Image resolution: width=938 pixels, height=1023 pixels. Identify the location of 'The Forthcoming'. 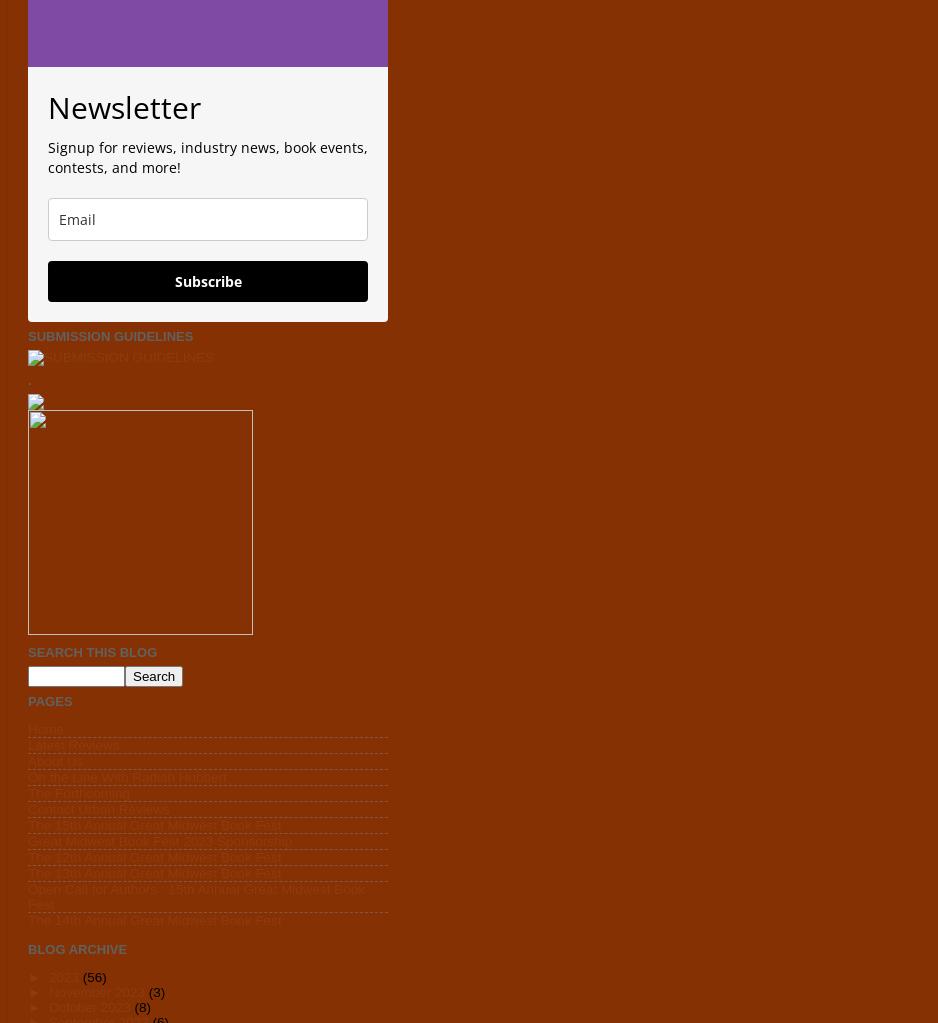
(78, 793).